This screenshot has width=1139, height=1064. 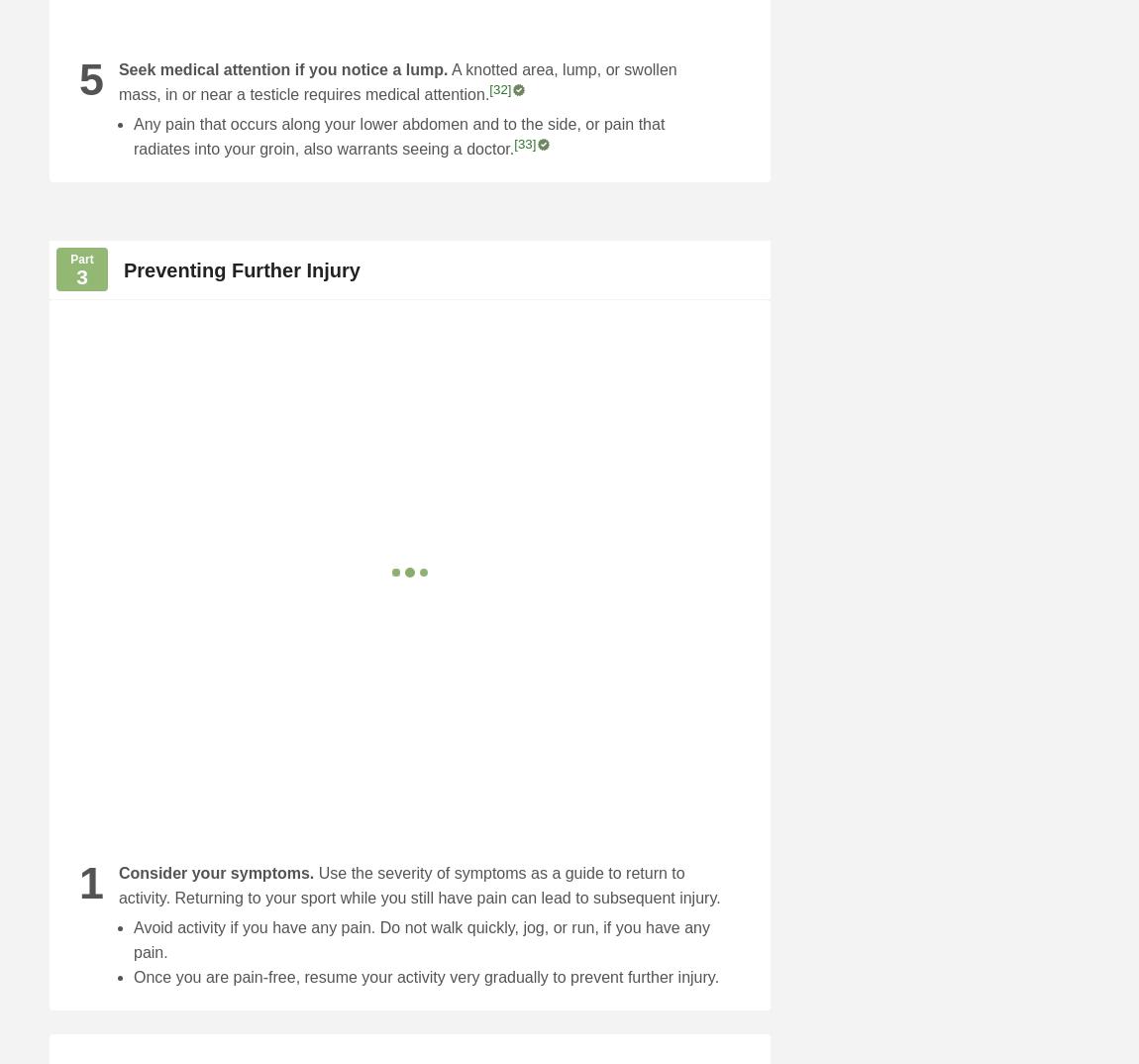 What do you see at coordinates (525, 143) in the screenshot?
I see `'[33]'` at bounding box center [525, 143].